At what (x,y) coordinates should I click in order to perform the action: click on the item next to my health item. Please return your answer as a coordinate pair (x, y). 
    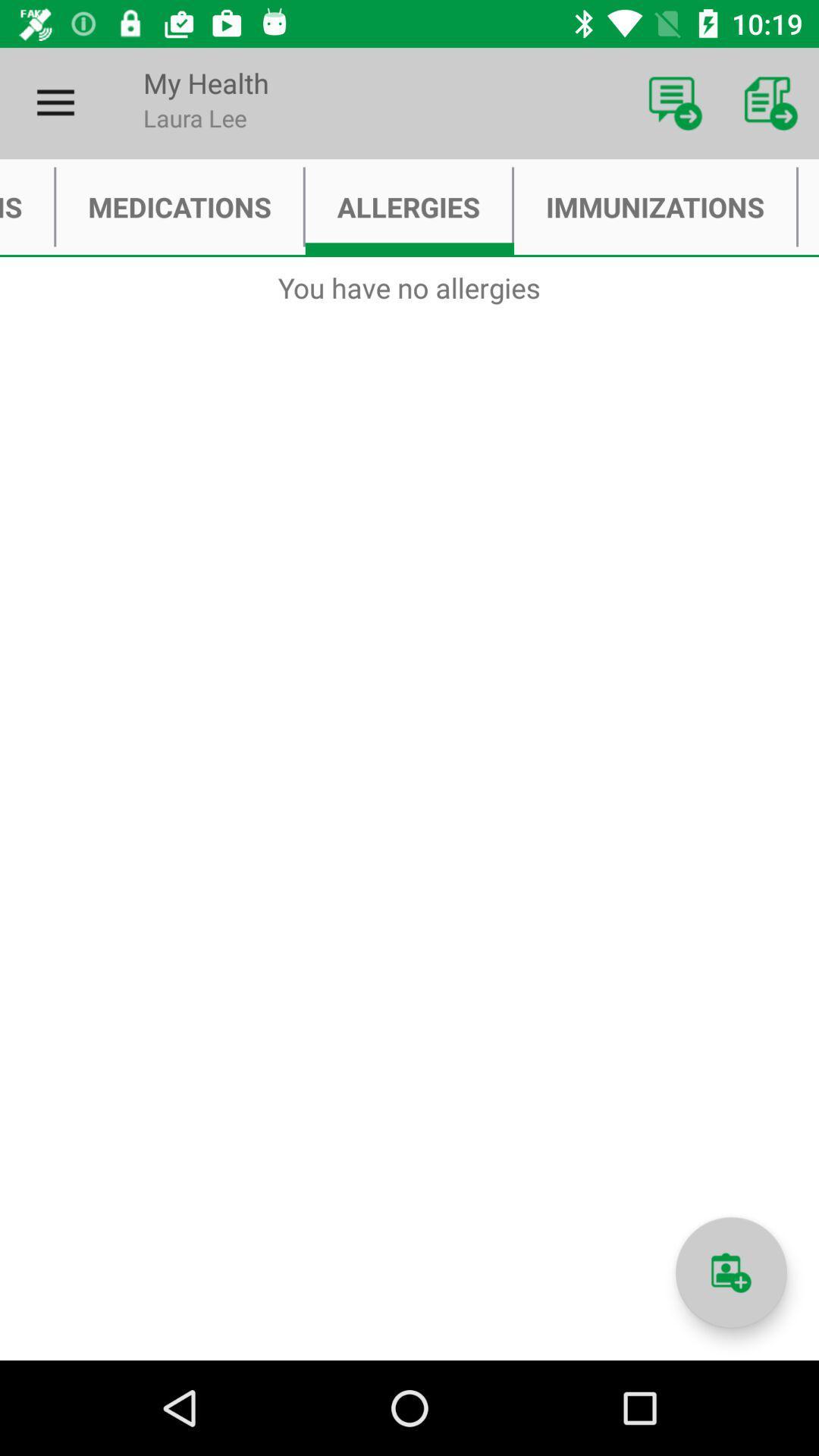
    Looking at the image, I should click on (55, 102).